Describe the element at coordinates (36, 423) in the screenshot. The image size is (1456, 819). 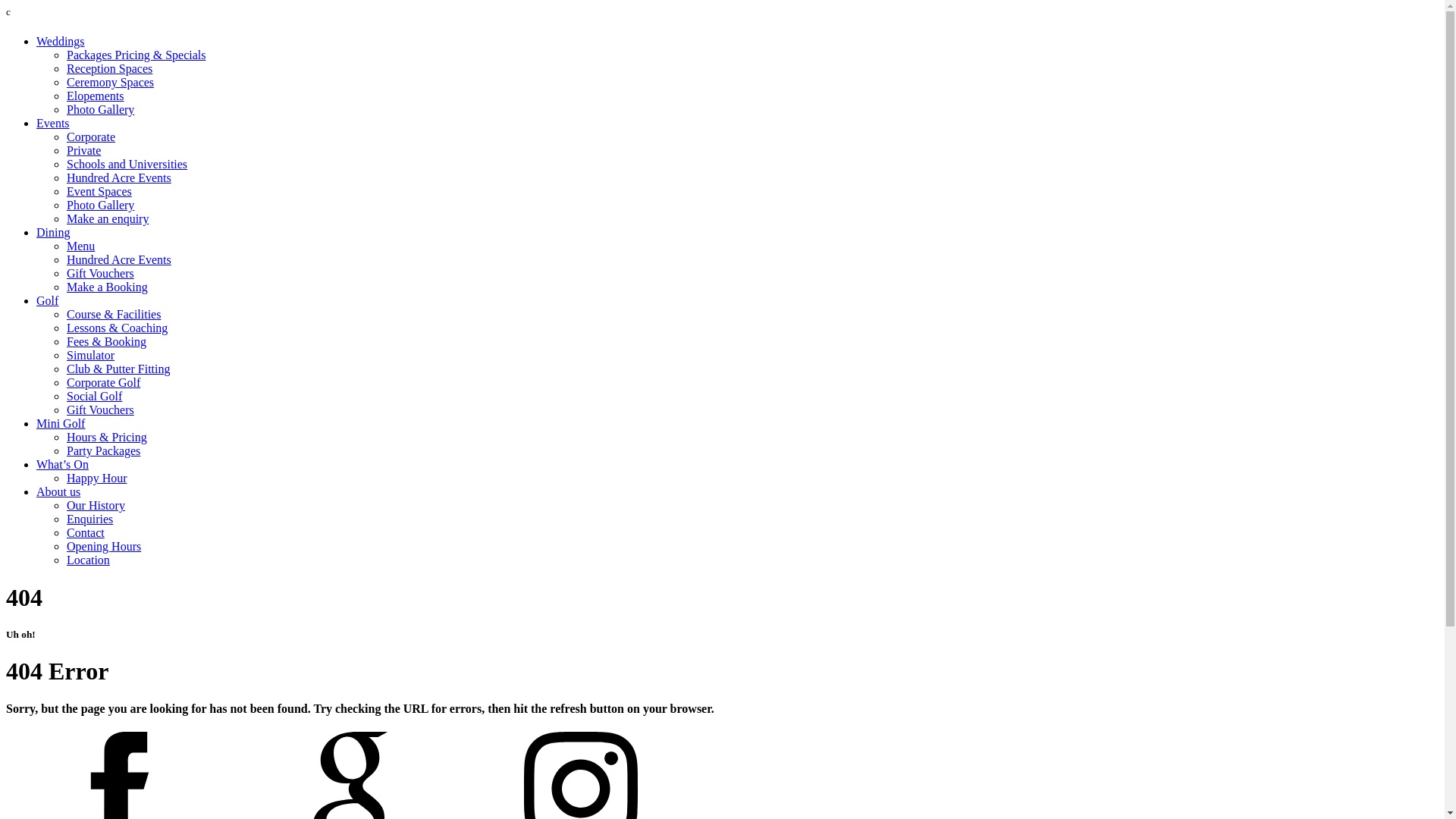
I see `'Mini Golf'` at that location.